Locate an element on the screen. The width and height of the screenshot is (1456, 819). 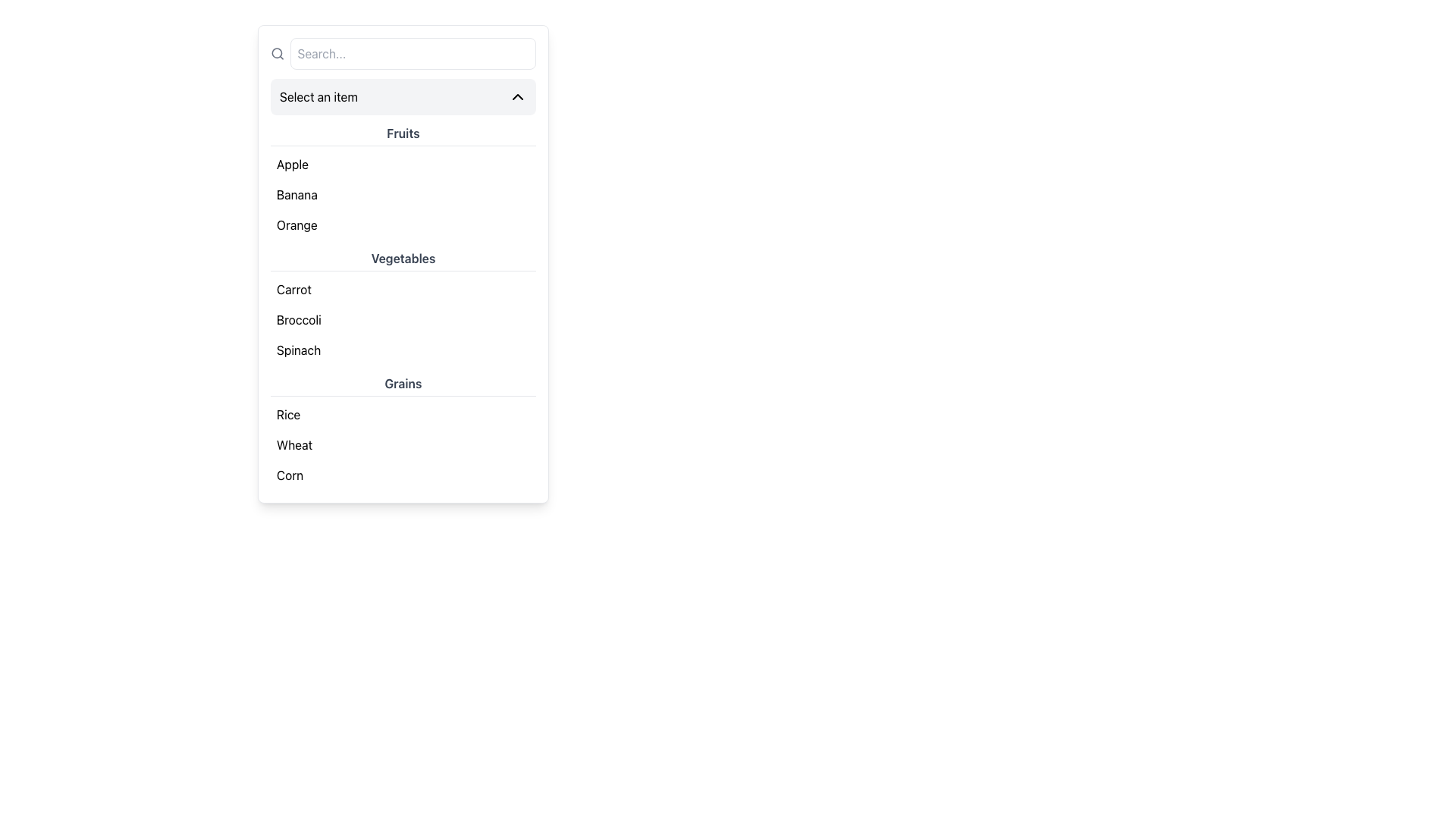
the static header text label that categorizes the dropdown items such as 'Apple', 'Banana', and 'Orange' is located at coordinates (403, 133).